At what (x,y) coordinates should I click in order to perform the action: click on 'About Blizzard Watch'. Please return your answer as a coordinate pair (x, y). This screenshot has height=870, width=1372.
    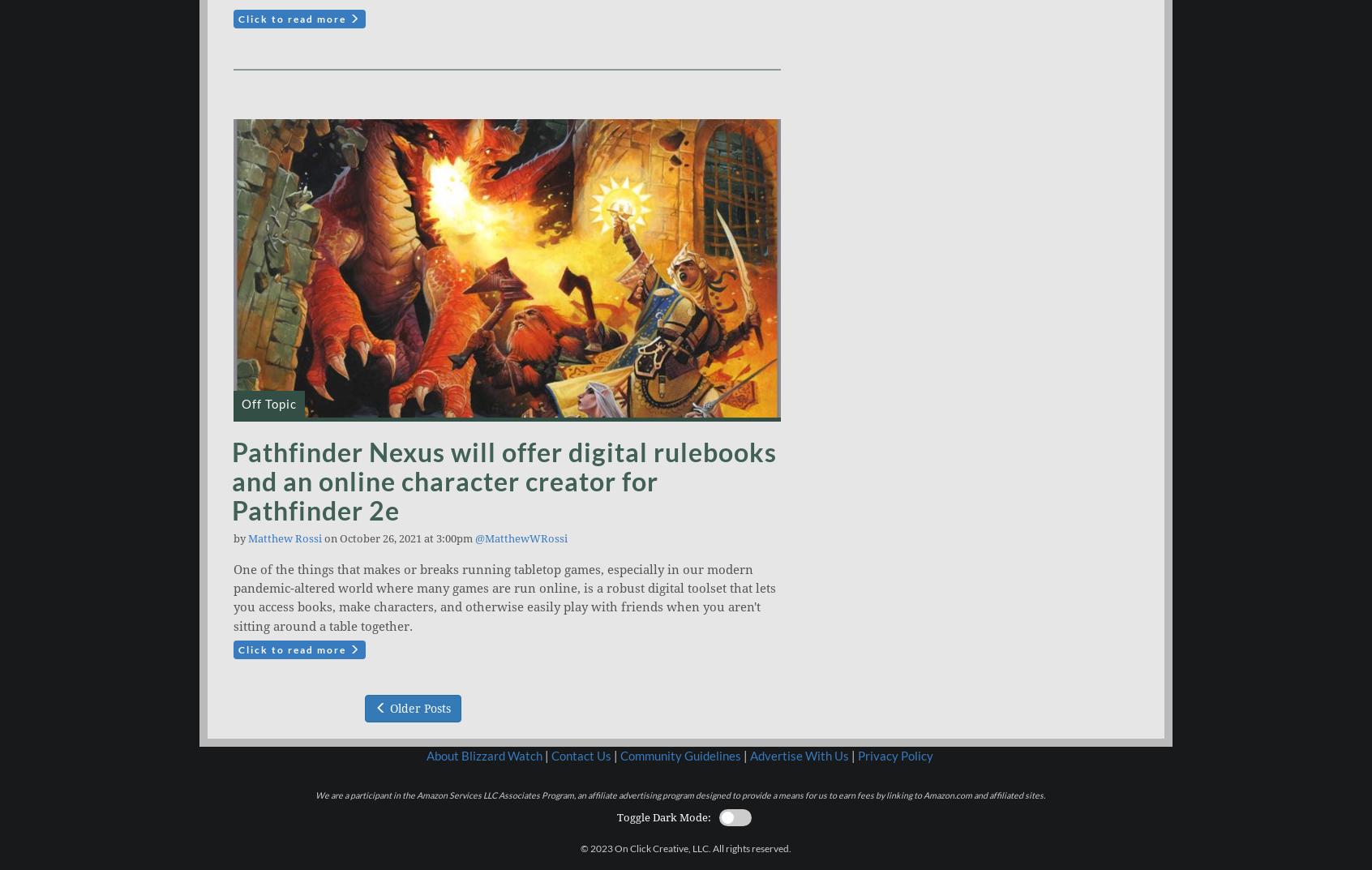
    Looking at the image, I should click on (483, 756).